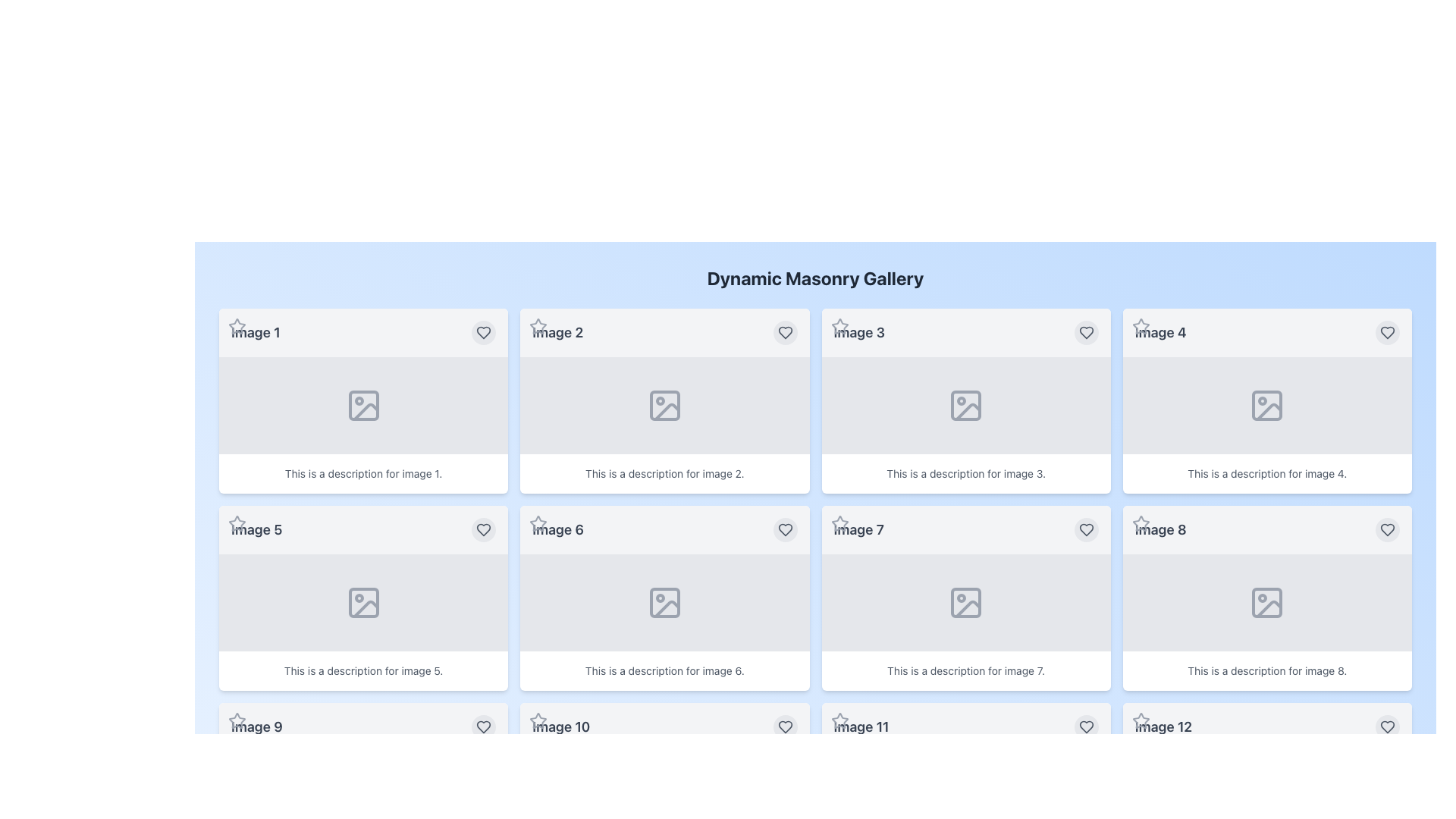 This screenshot has height=819, width=1456. I want to click on the Heart icon located in the top right corner of the 'Image 5' card, so click(483, 529).